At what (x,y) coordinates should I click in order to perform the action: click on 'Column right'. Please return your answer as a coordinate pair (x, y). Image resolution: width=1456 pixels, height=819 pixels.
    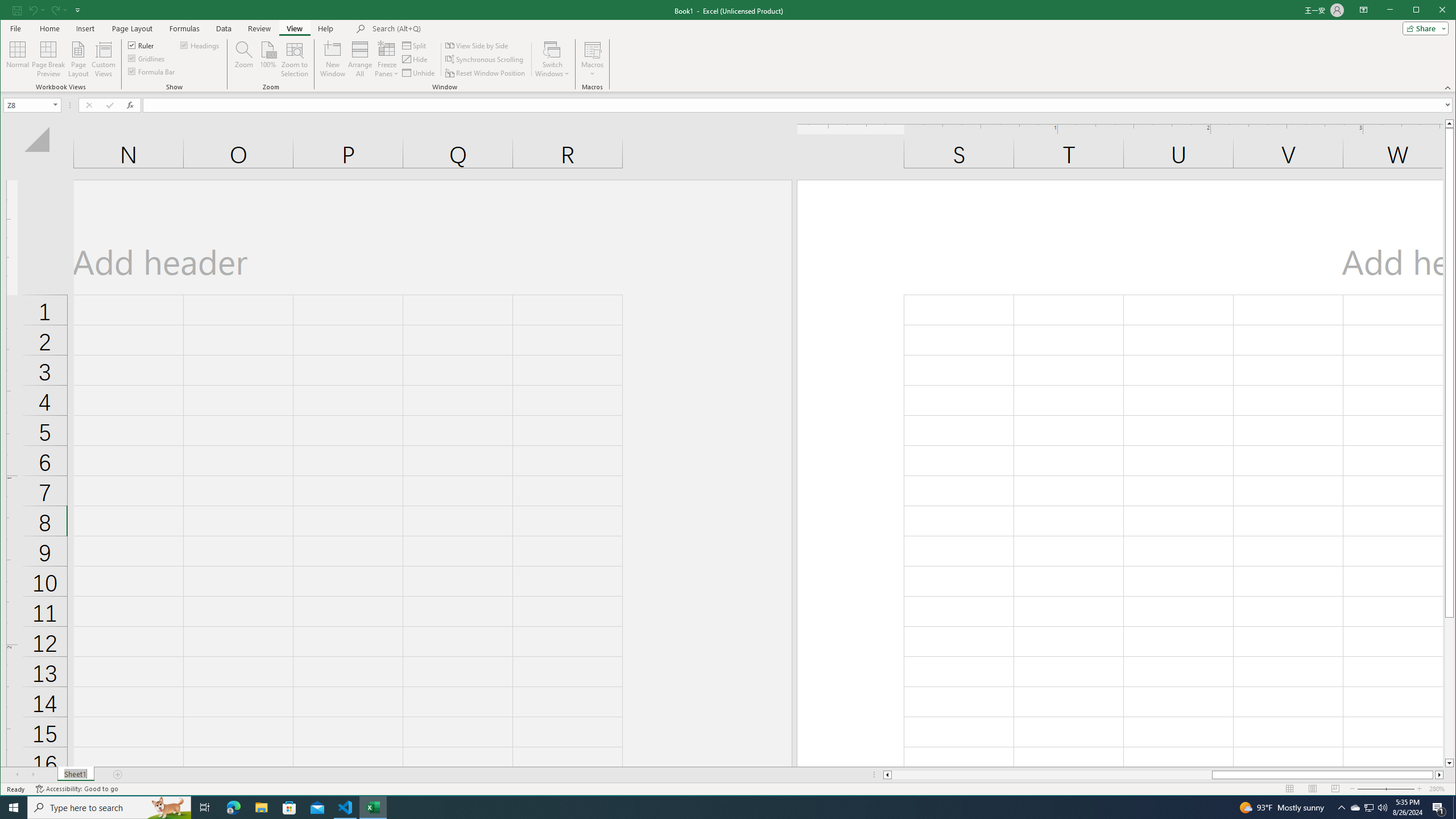
    Looking at the image, I should click on (1440, 775).